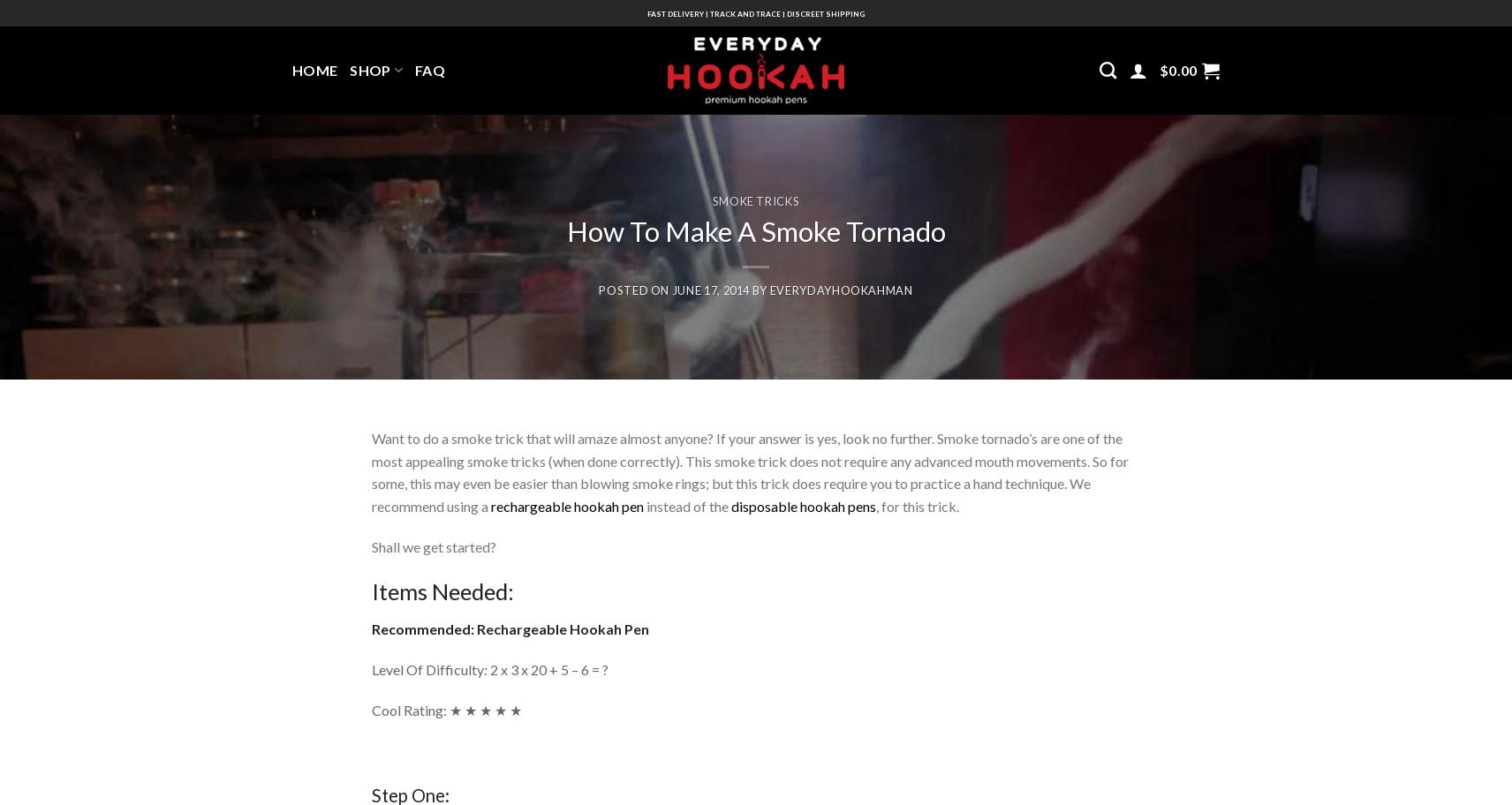 The width and height of the screenshot is (1512, 805). Describe the element at coordinates (1158, 70) in the screenshot. I see `'$'` at that location.